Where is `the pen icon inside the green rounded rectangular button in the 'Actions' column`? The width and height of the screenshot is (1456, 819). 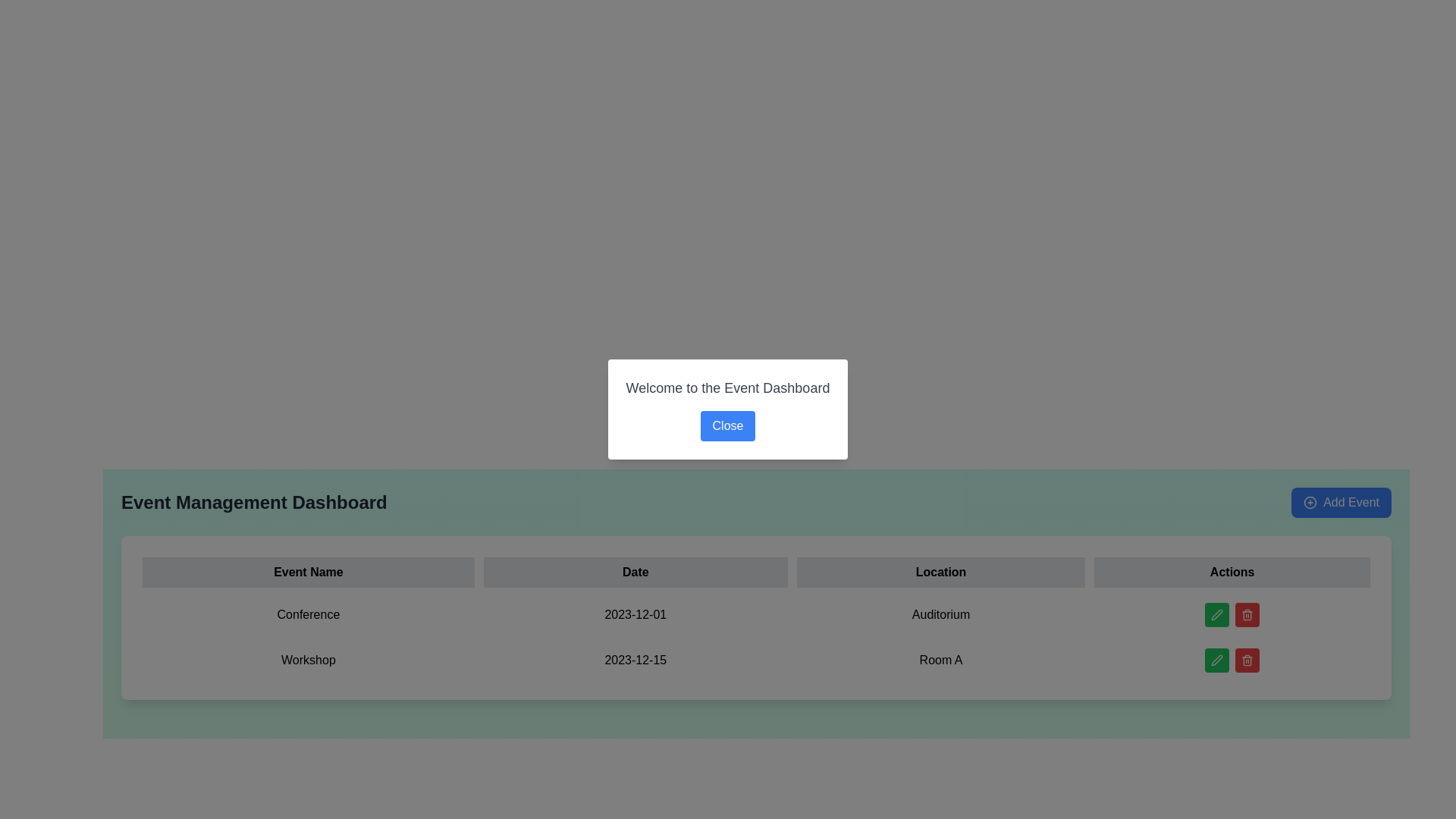 the pen icon inside the green rounded rectangular button in the 'Actions' column is located at coordinates (1217, 614).